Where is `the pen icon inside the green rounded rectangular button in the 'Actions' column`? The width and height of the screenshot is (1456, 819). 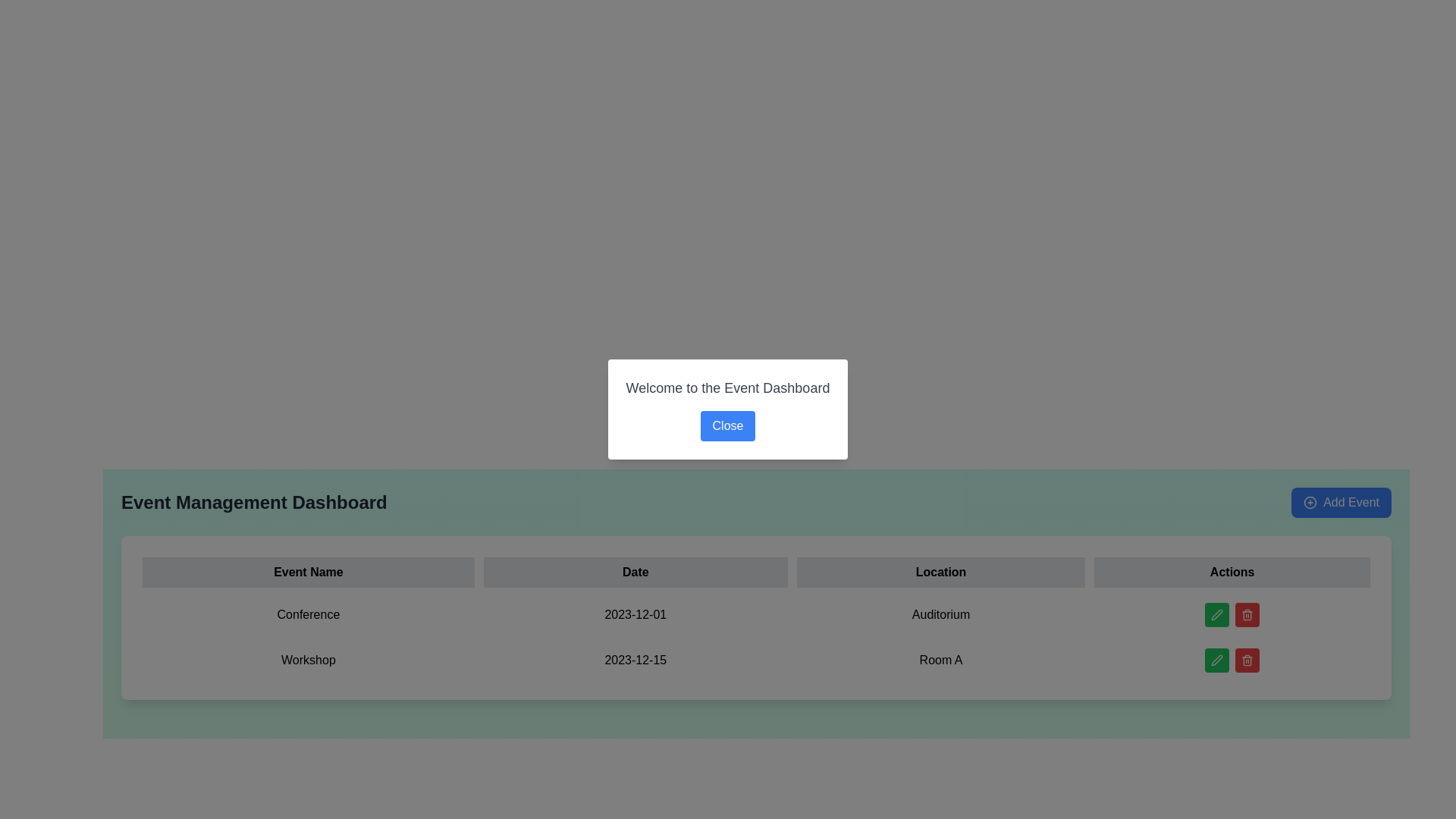 the pen icon inside the green rounded rectangular button in the 'Actions' column is located at coordinates (1217, 614).